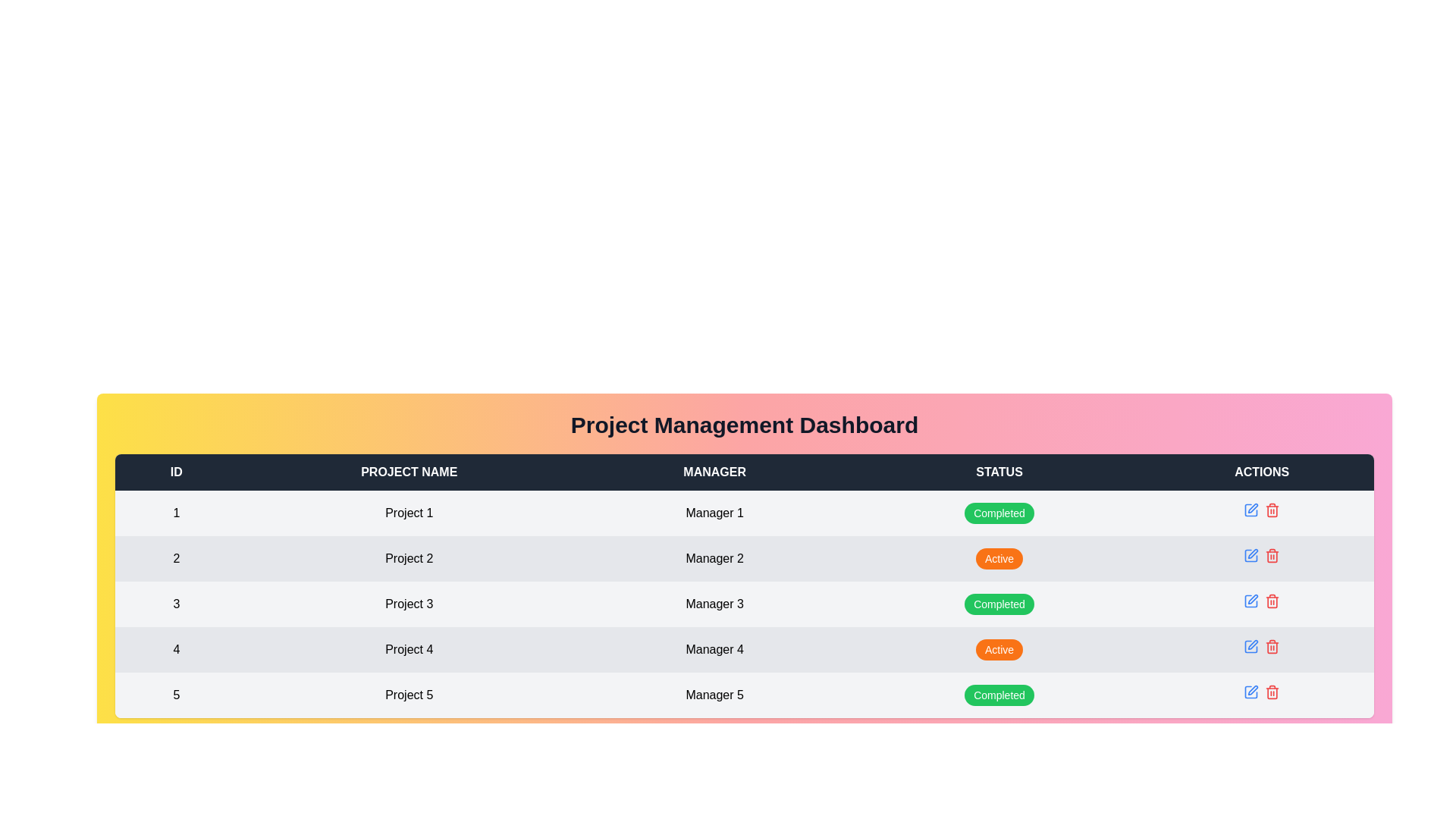 The width and height of the screenshot is (1456, 819). I want to click on the text label displaying 'Project 3' in the 'Project Name' column, located in the second cell of the third row, so click(409, 604).